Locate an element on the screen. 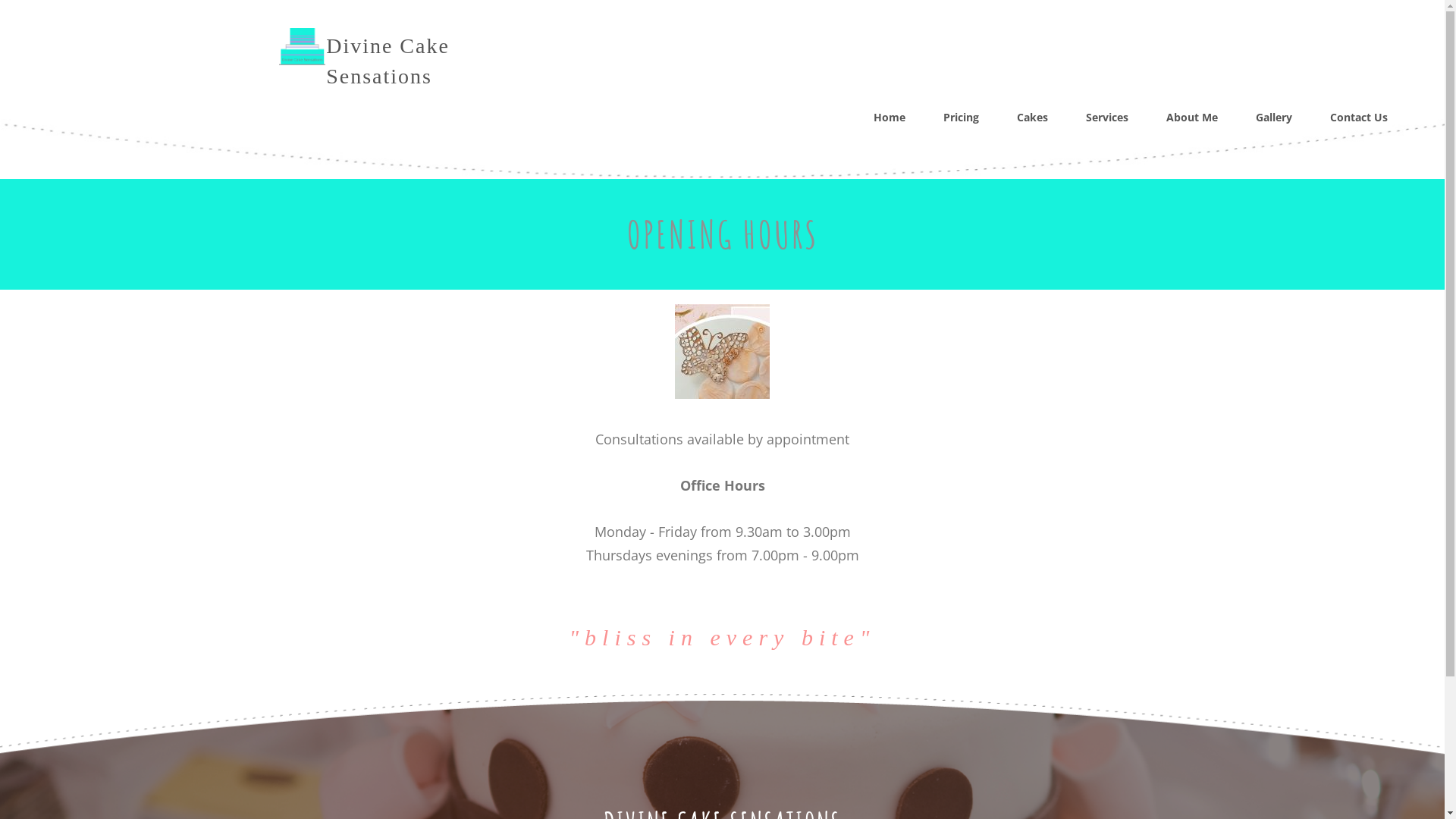 This screenshot has height=819, width=1456. 'Gallery' is located at coordinates (1274, 116).